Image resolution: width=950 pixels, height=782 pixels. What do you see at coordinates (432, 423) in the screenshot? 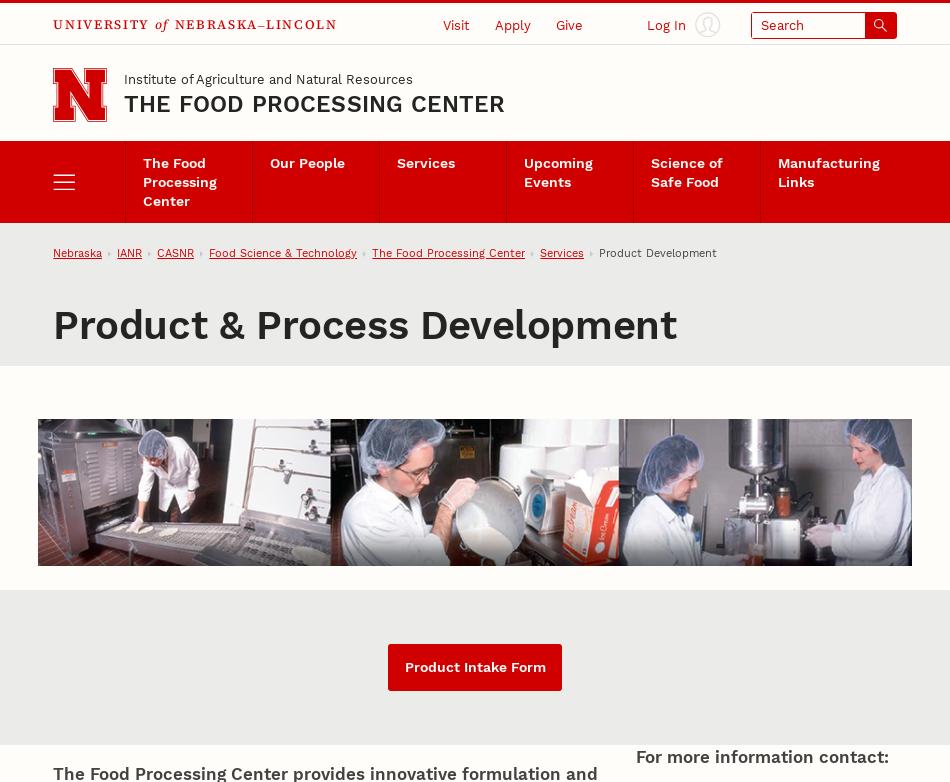
I see `'Sensory Lab'` at bounding box center [432, 423].